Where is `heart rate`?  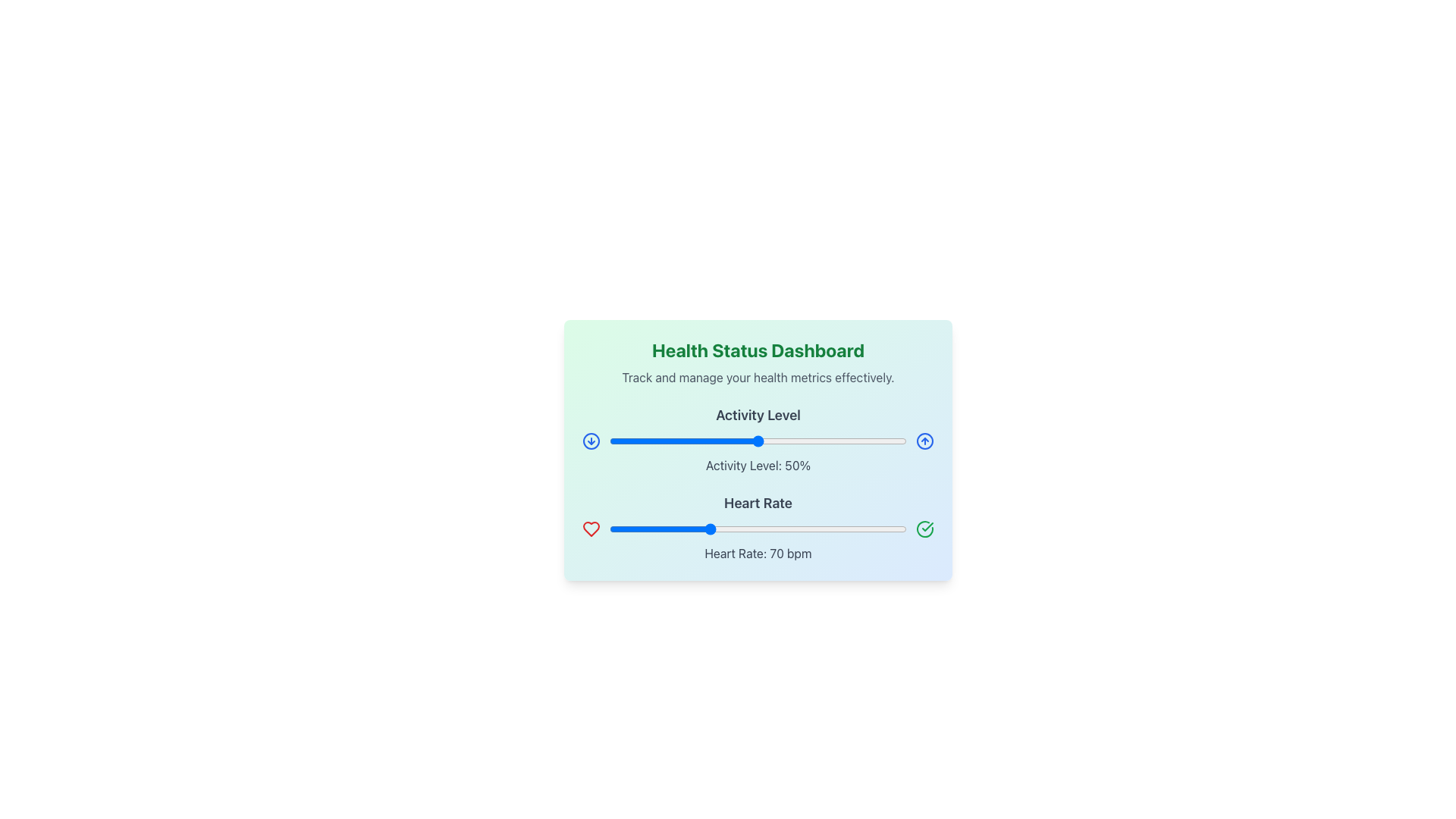 heart rate is located at coordinates (723, 529).